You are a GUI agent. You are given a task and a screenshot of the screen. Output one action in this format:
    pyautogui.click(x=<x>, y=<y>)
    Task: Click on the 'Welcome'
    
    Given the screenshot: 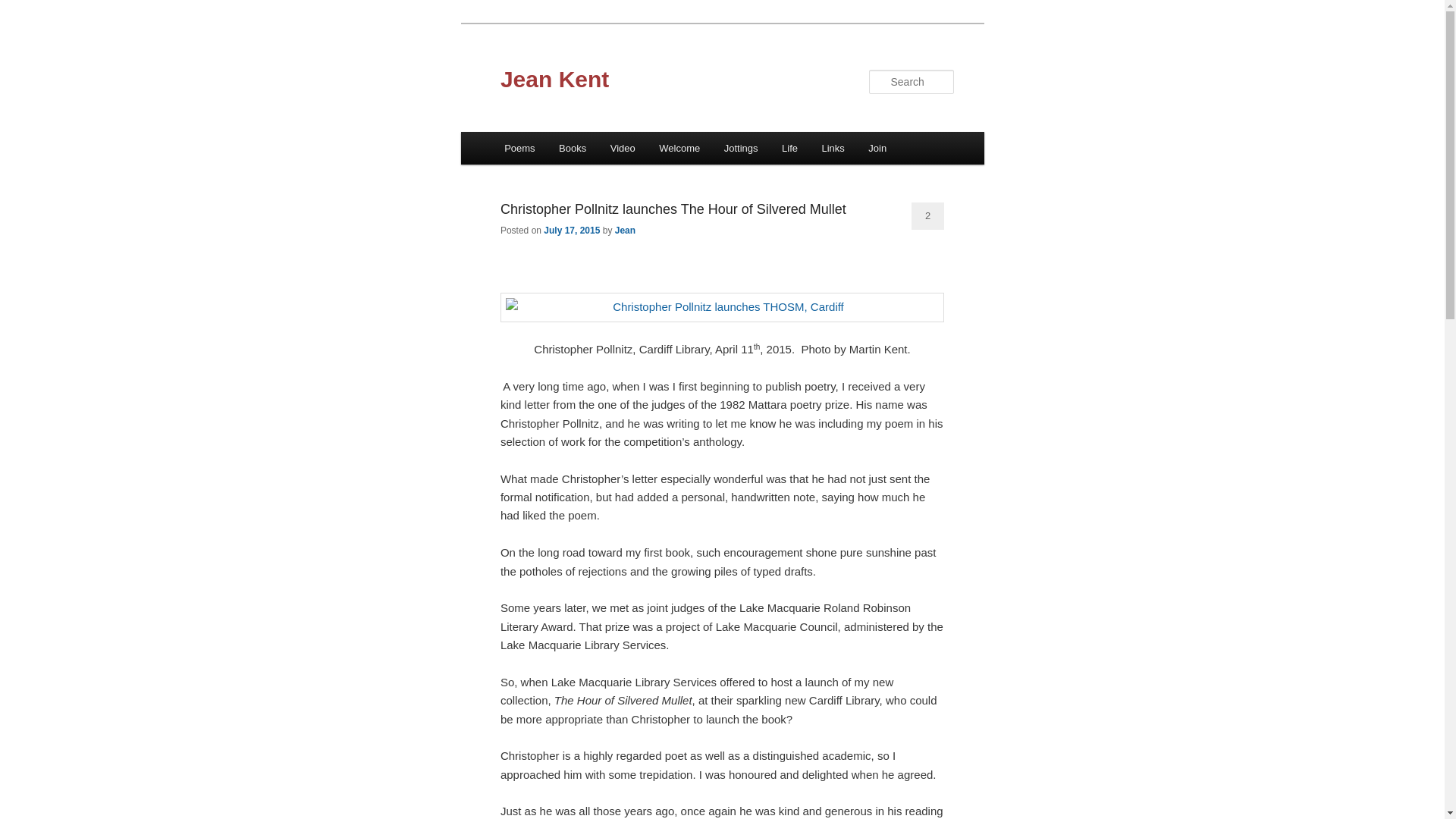 What is the action you would take?
    pyautogui.click(x=679, y=148)
    